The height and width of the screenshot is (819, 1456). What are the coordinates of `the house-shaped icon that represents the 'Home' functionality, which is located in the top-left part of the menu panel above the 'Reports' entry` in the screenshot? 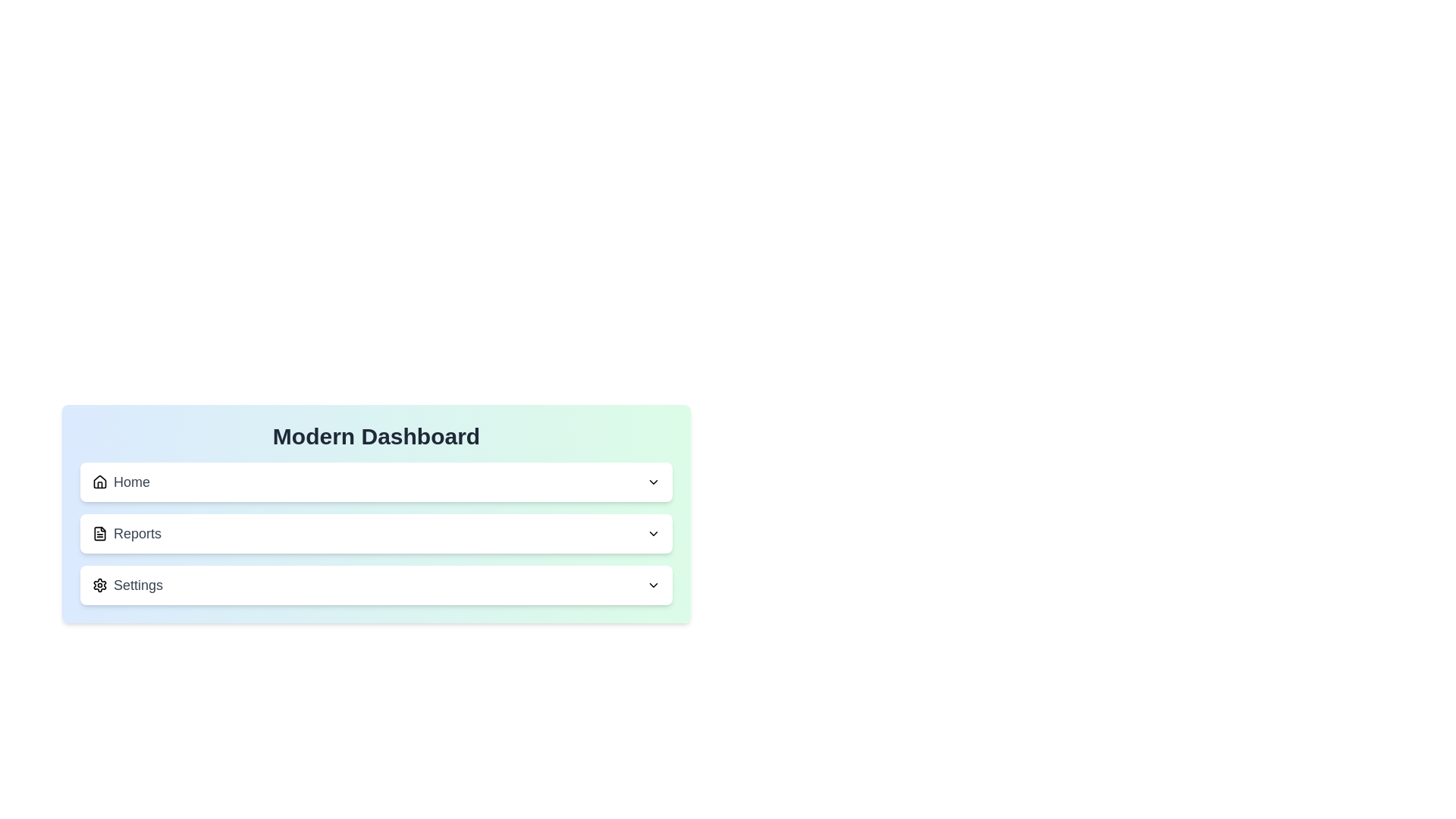 It's located at (99, 482).